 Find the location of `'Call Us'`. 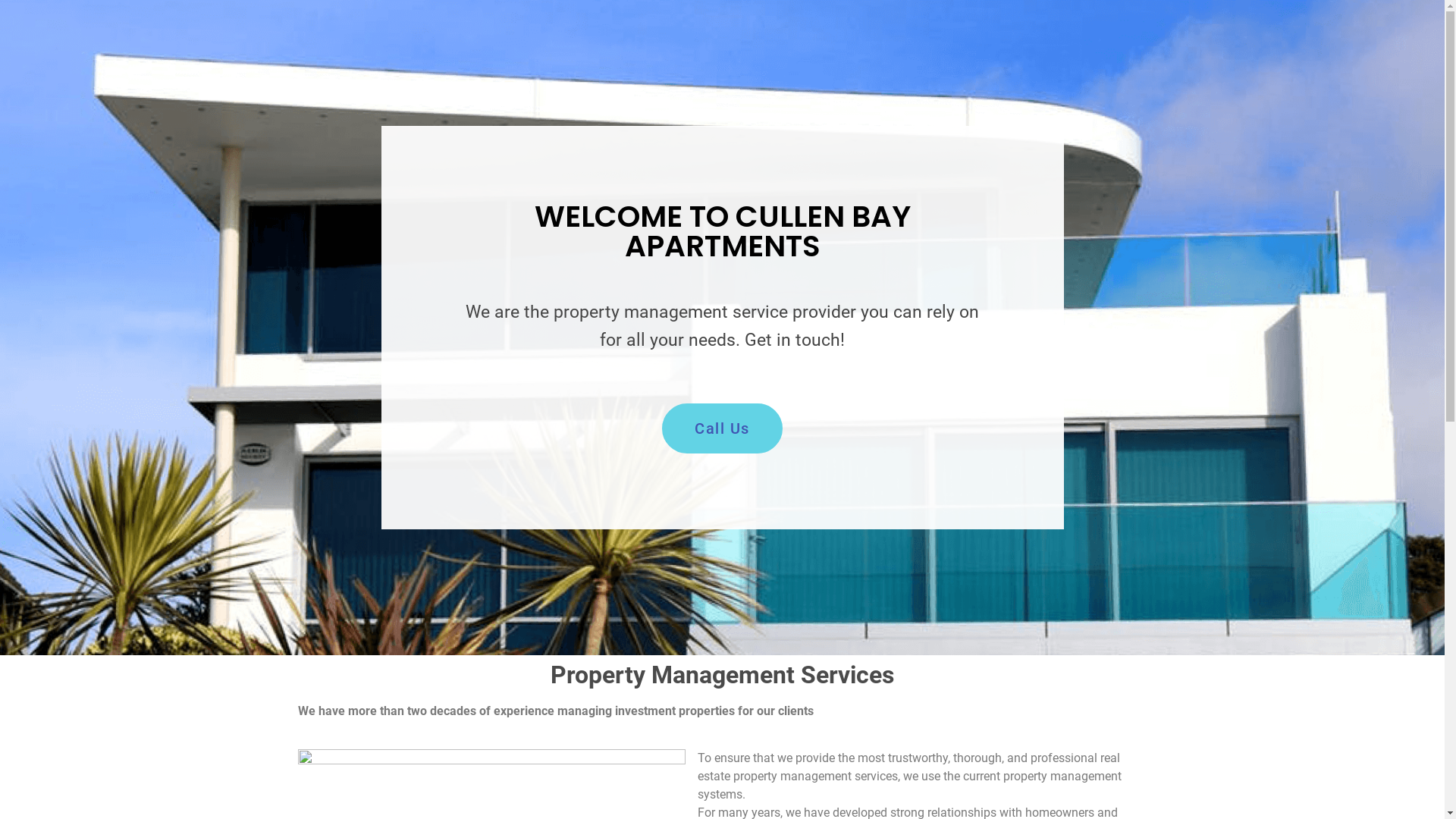

'Call Us' is located at coordinates (721, 428).